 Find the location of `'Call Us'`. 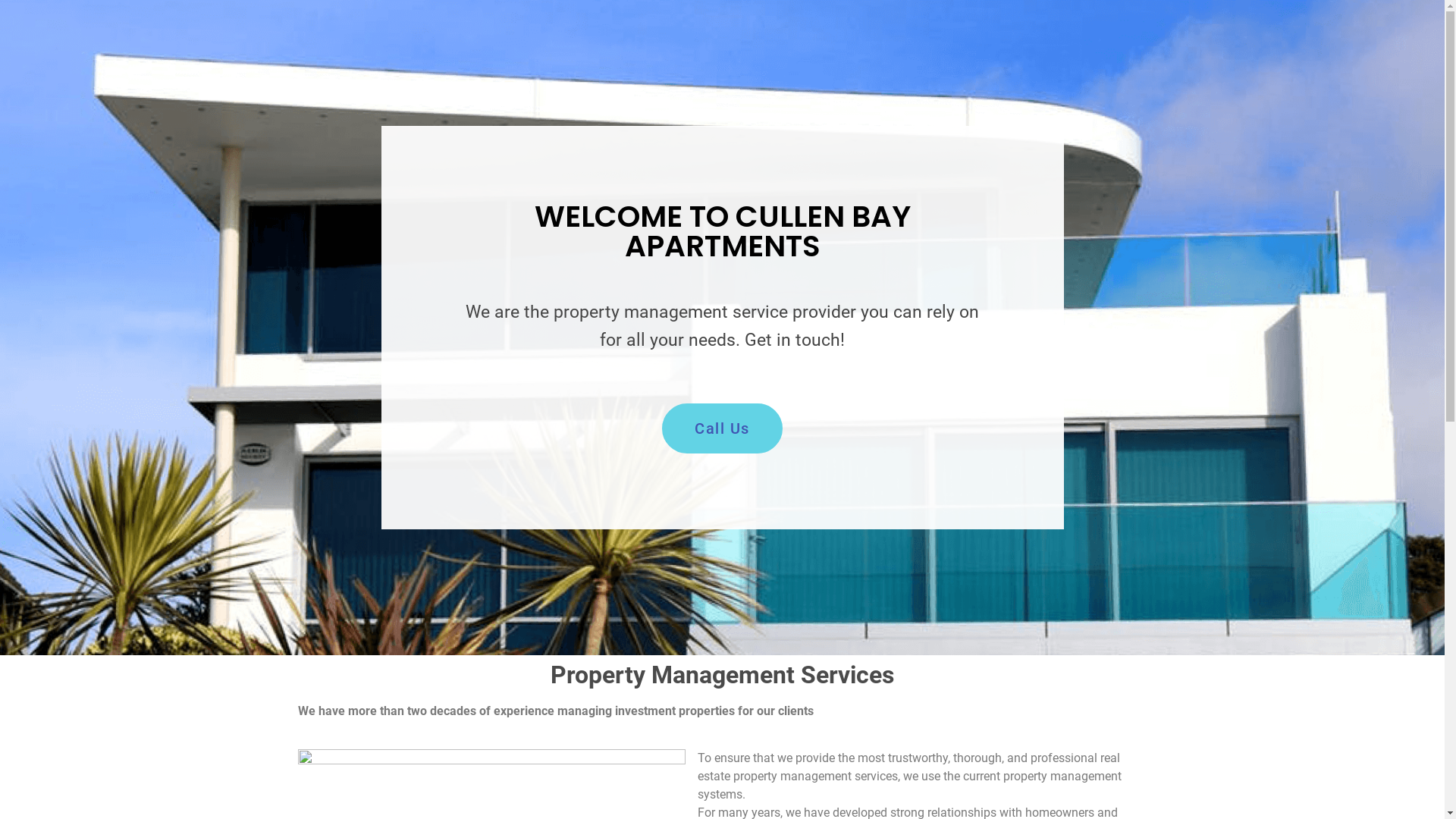

'Call Us' is located at coordinates (721, 428).